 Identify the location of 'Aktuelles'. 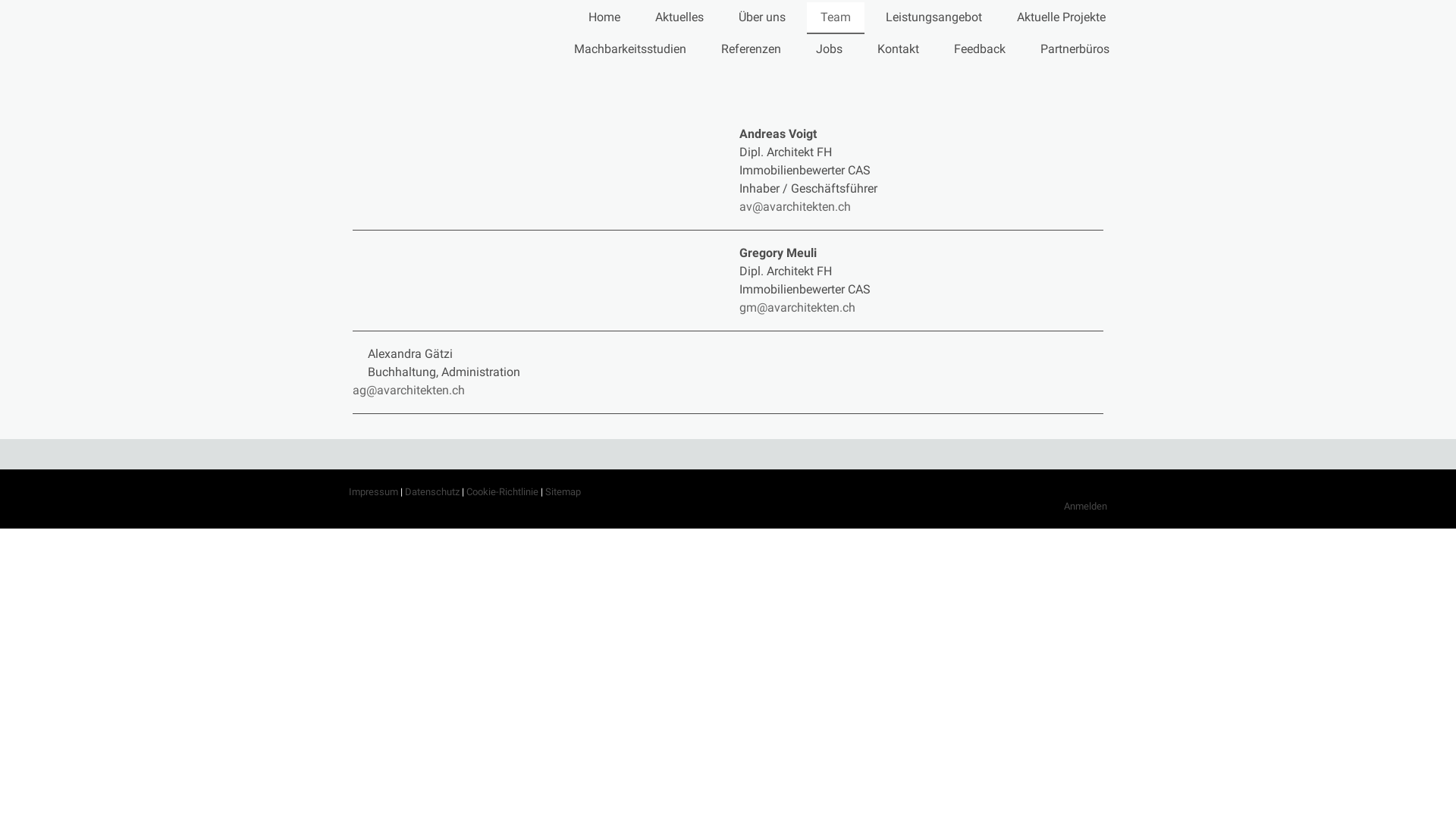
(679, 17).